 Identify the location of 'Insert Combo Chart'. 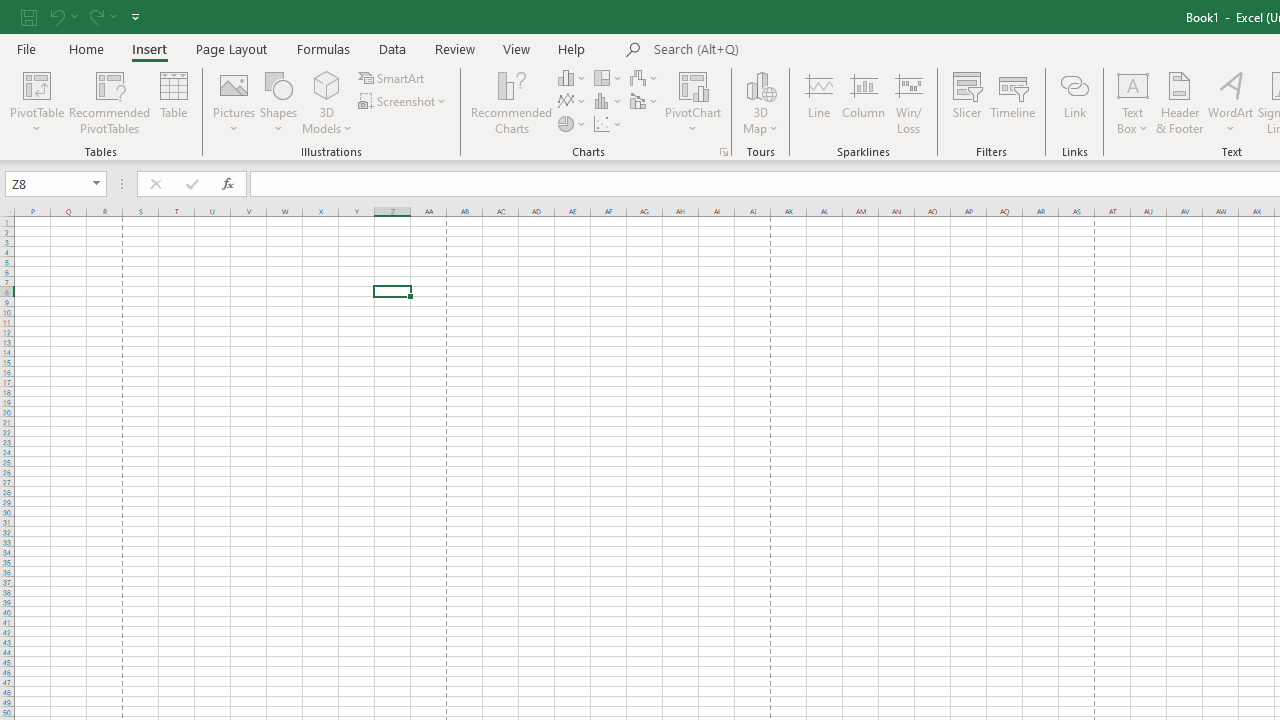
(645, 101).